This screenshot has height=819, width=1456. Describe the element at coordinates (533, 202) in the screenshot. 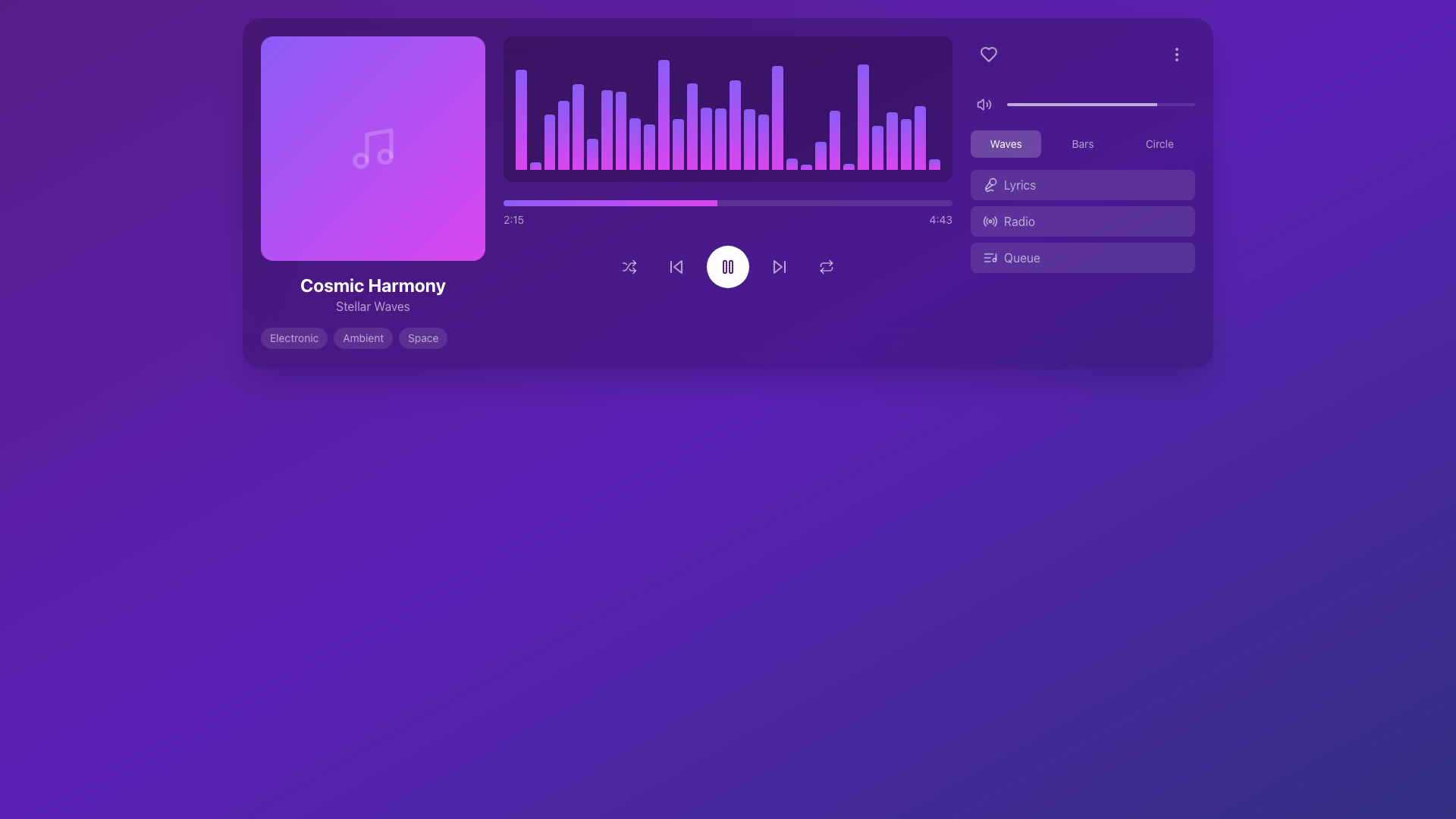

I see `the progress bar value` at that location.